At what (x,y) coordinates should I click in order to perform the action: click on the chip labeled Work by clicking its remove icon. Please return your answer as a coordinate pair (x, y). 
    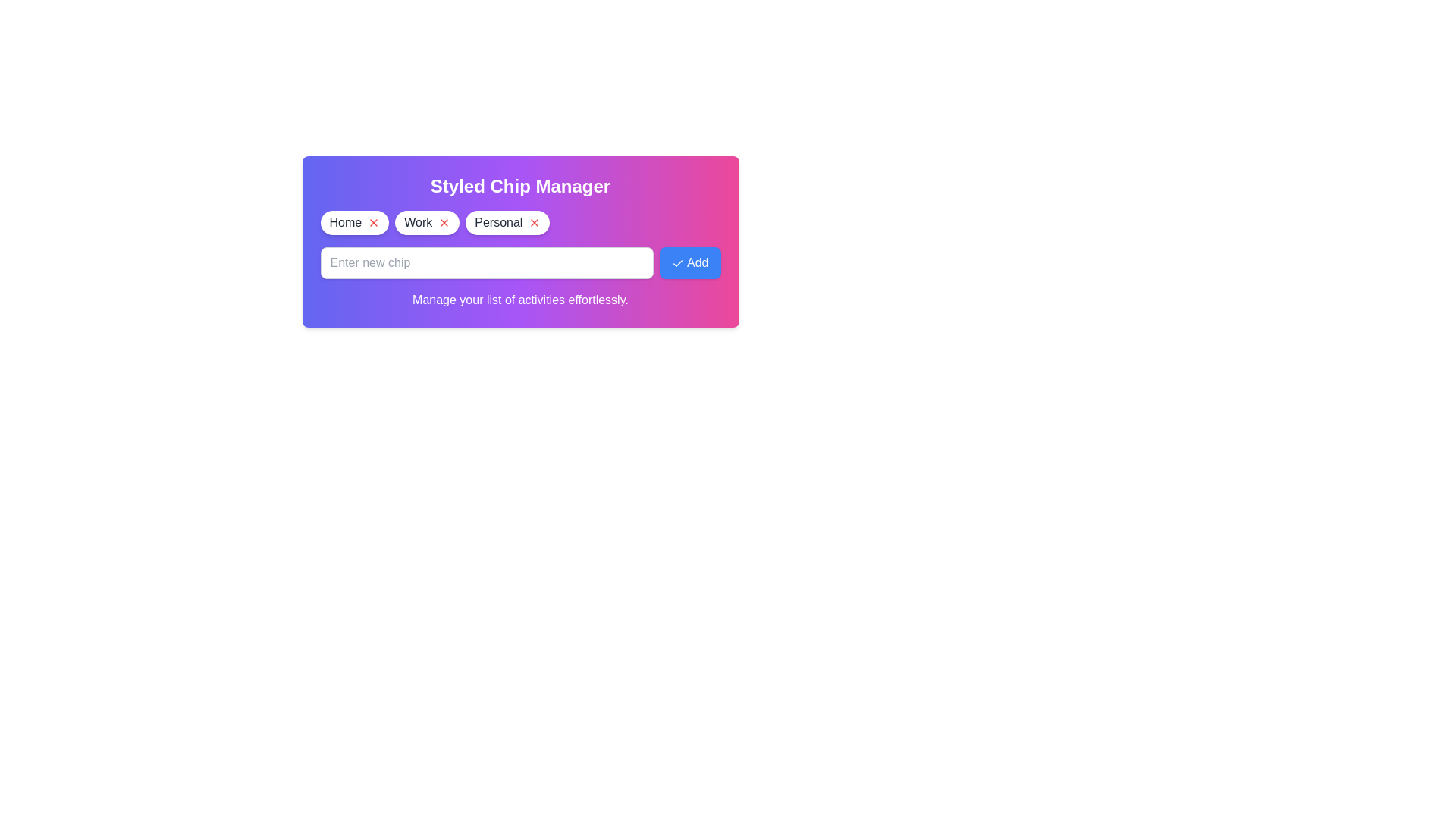
    Looking at the image, I should click on (444, 222).